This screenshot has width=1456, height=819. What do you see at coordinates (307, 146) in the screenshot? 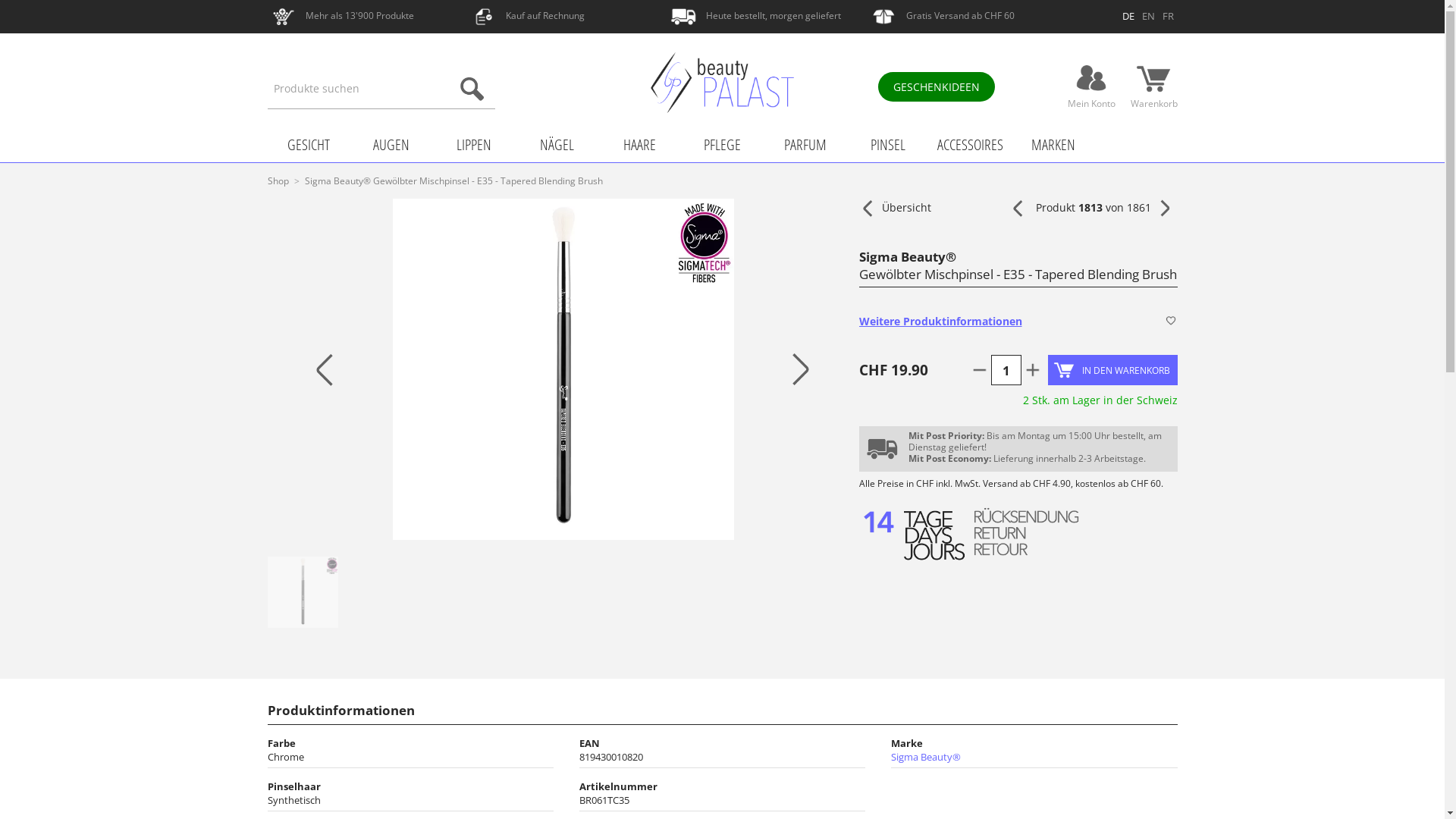
I see `'GESICHT'` at bounding box center [307, 146].